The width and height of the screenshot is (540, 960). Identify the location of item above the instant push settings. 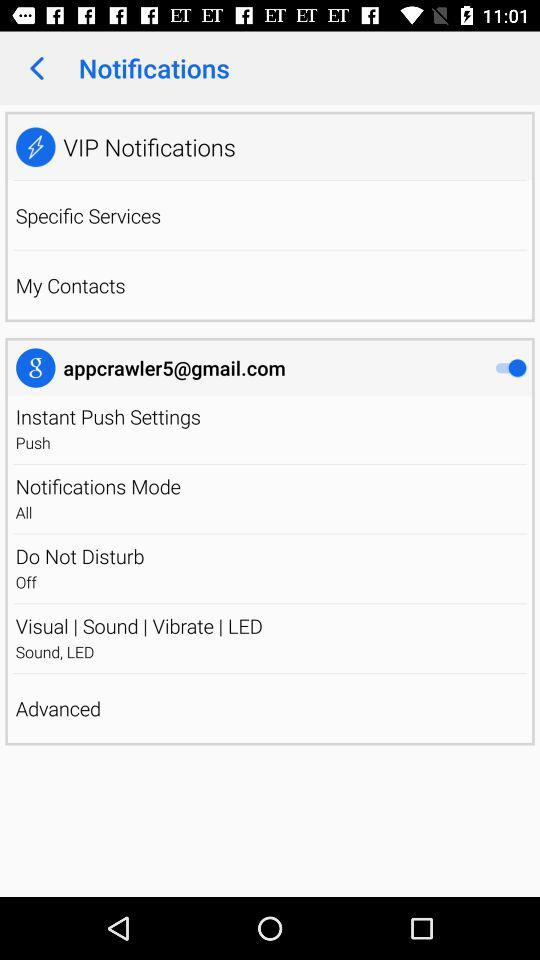
(174, 367).